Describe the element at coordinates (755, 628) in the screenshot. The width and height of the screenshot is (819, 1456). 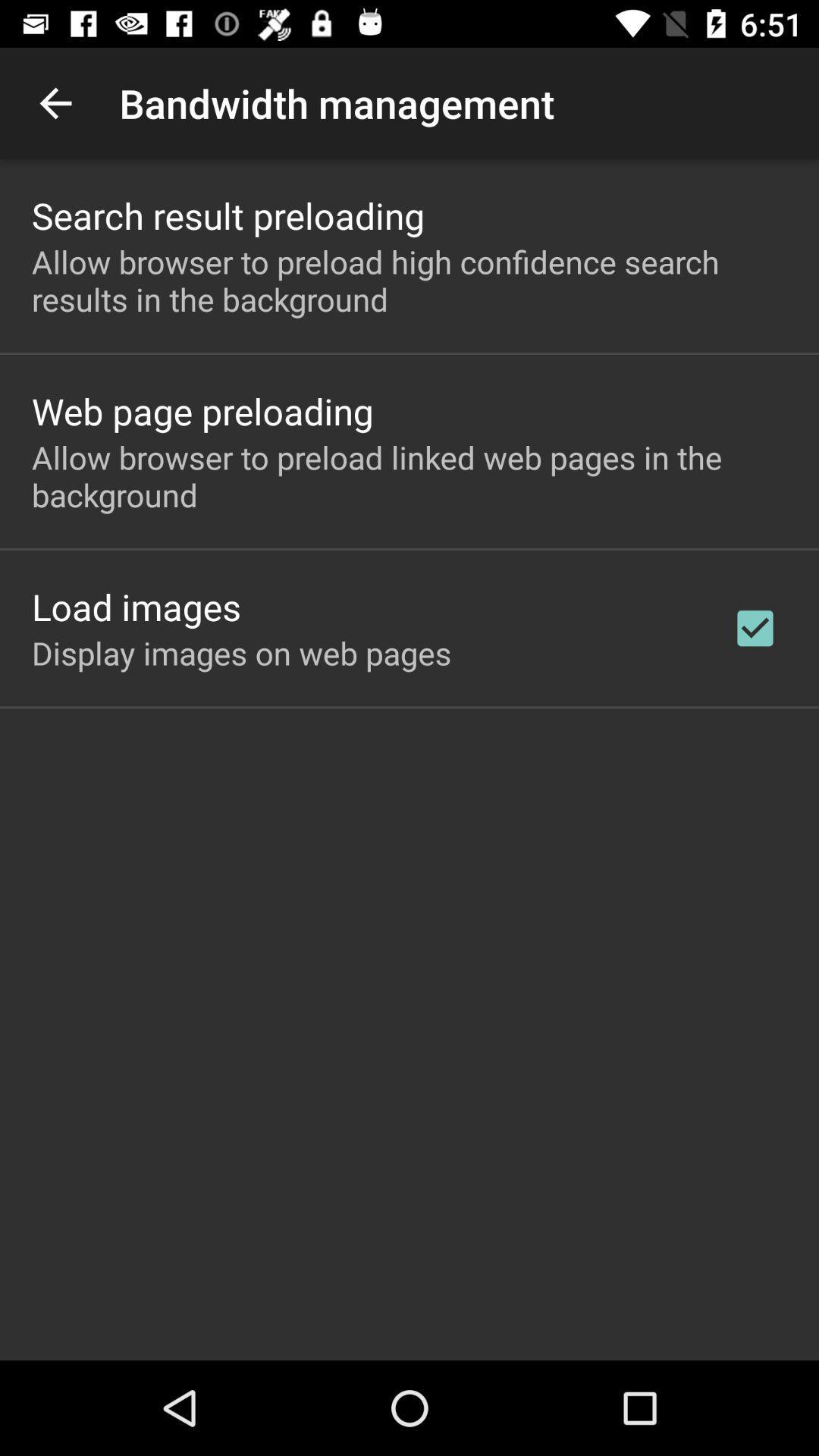
I see `the item next to display images on app` at that location.